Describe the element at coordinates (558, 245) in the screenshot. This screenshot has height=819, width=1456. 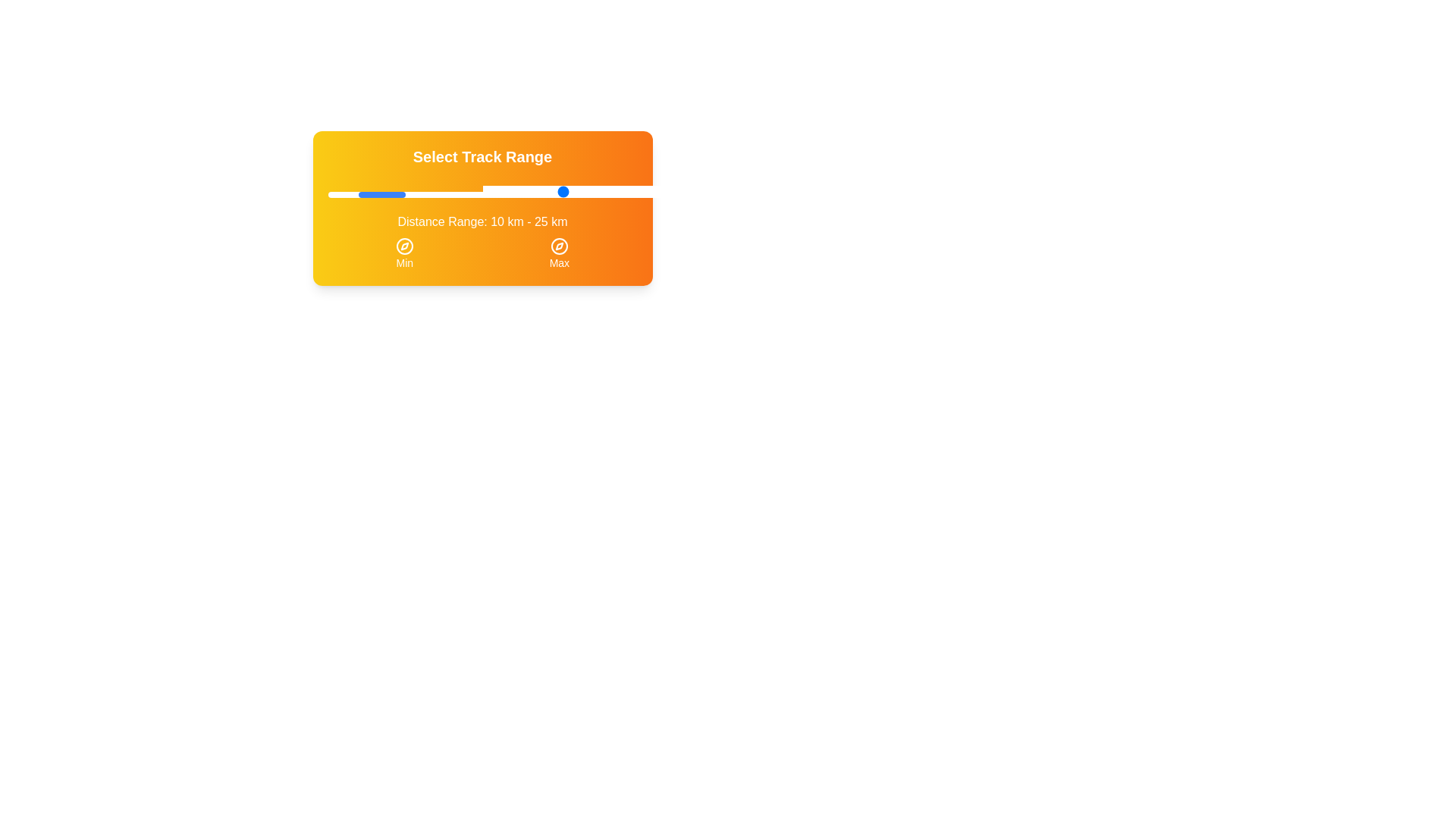
I see `the compass-like icon with a circular outline and inner directional indicators, colored white, located in the lower right corner of the orange card, above the text 'Max'` at that location.